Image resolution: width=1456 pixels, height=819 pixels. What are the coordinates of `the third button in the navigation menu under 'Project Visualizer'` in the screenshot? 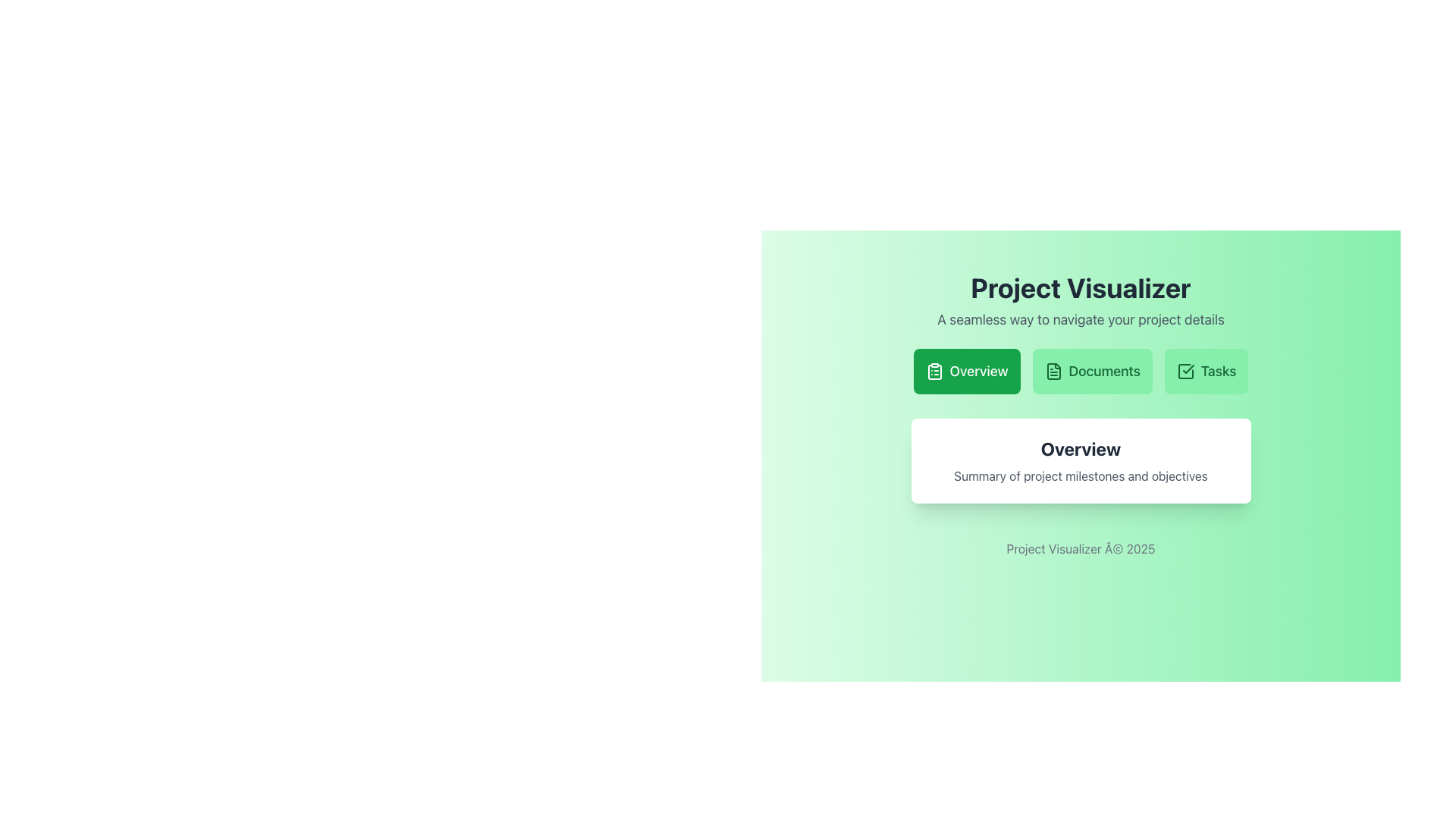 It's located at (1206, 371).